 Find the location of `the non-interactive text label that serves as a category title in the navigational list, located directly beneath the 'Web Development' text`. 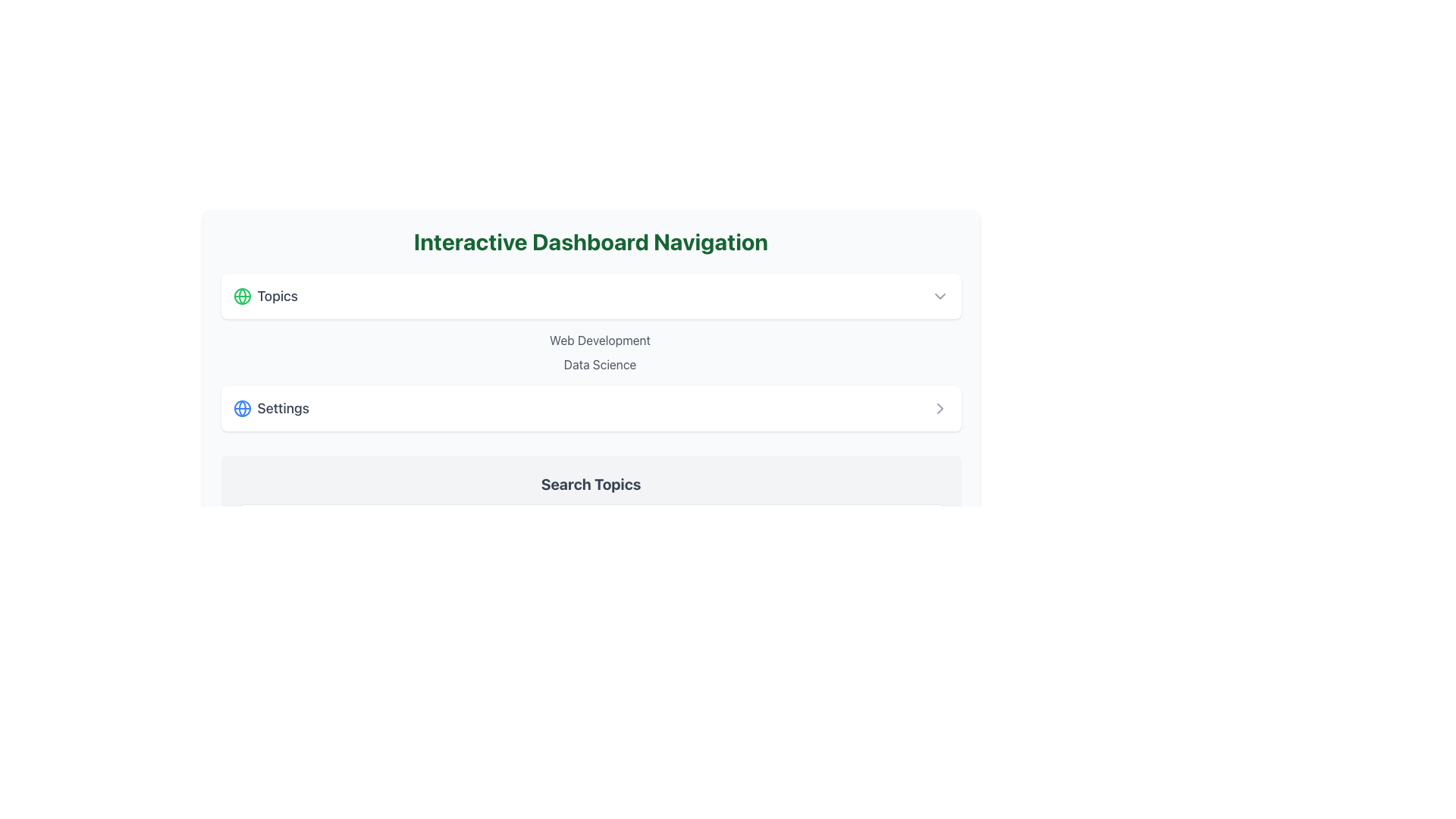

the non-interactive text label that serves as a category title in the navigational list, located directly beneath the 'Web Development' text is located at coordinates (599, 365).